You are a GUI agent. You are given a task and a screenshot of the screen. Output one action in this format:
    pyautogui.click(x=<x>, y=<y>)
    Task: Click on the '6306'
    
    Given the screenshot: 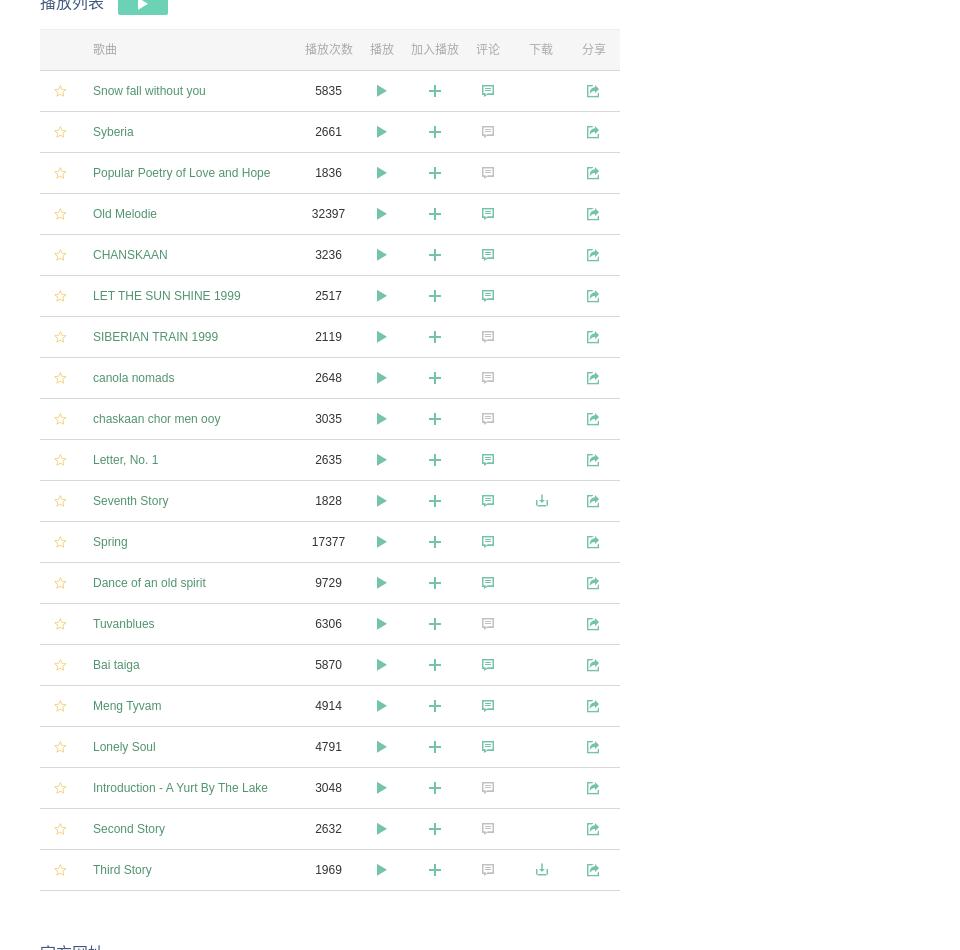 What is the action you would take?
    pyautogui.click(x=328, y=623)
    